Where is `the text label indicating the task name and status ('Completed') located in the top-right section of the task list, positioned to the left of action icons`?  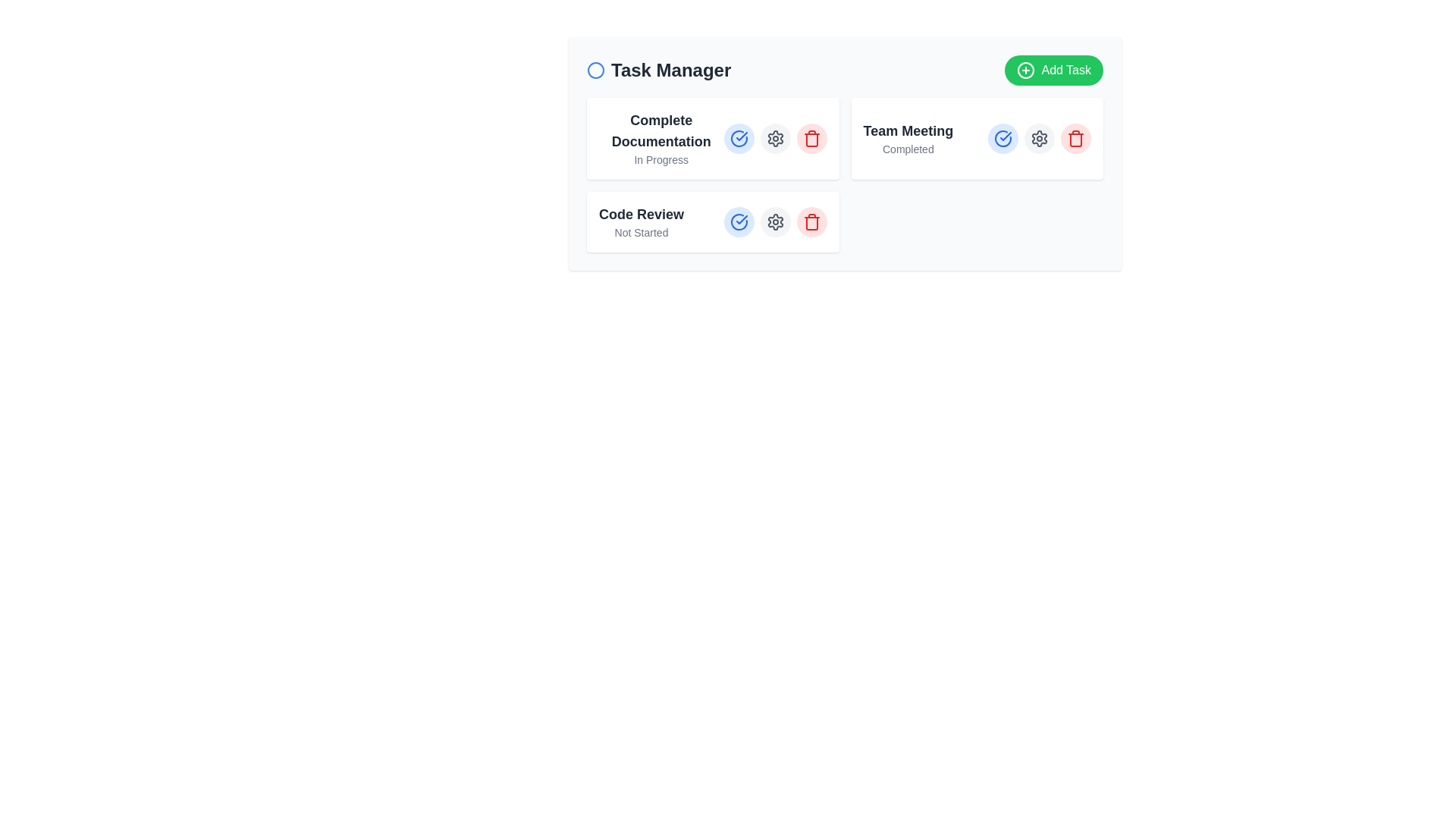 the text label indicating the task name and status ('Completed') located in the top-right section of the task list, positioned to the left of action icons is located at coordinates (908, 138).